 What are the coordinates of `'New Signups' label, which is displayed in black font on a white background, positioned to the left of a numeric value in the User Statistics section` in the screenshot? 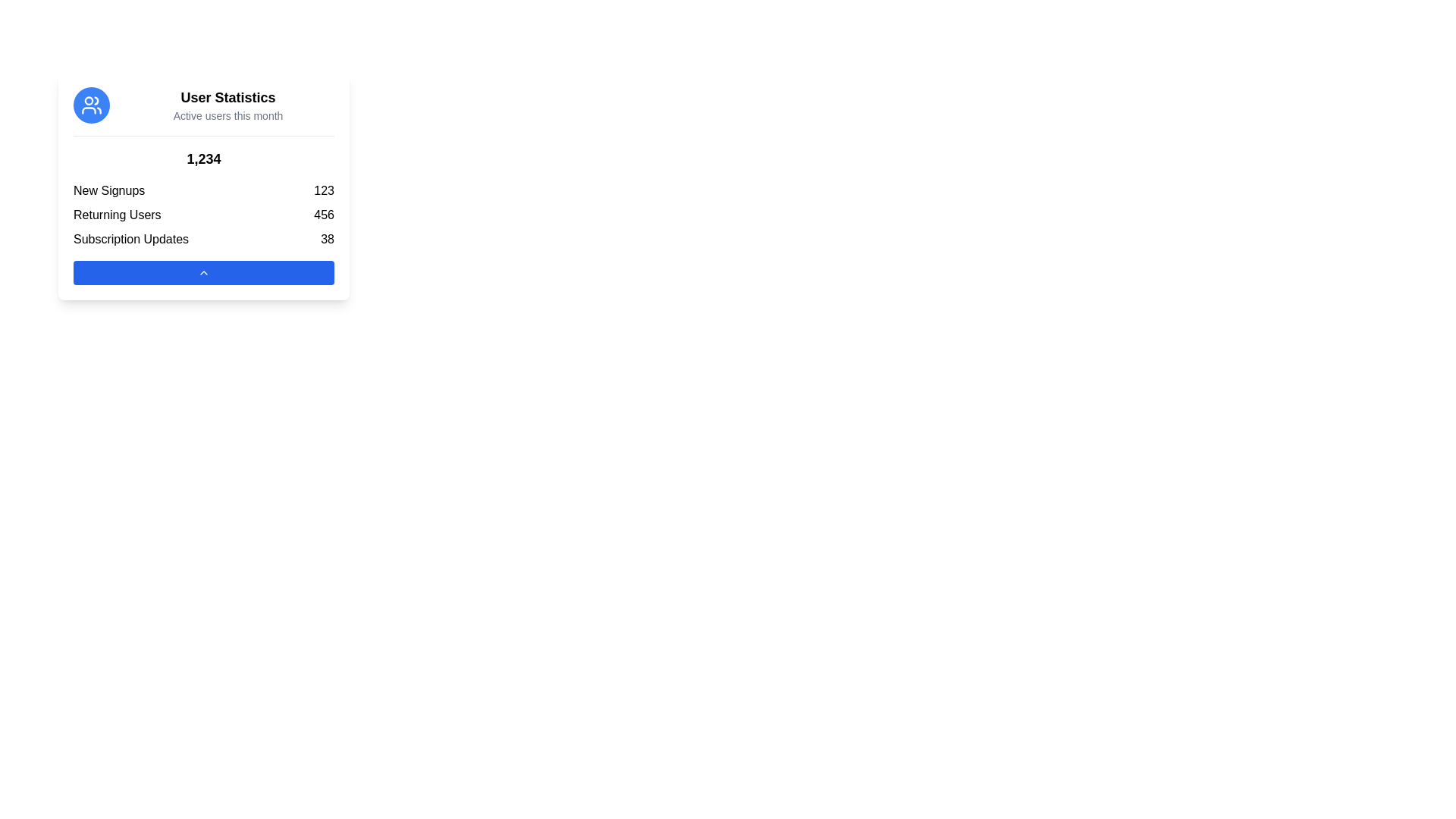 It's located at (108, 190).